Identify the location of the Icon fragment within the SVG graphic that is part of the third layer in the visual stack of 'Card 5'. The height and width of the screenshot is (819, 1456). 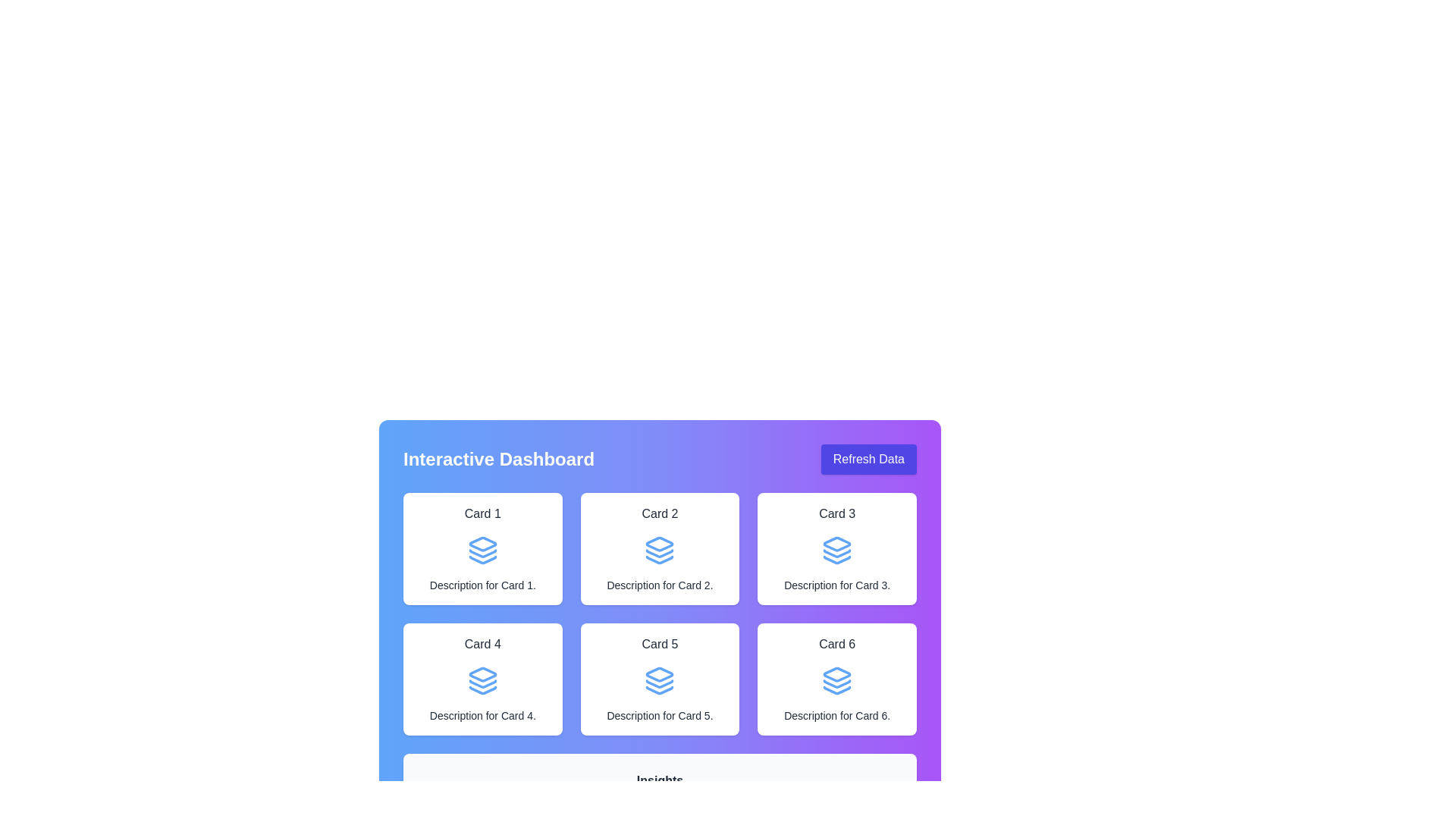
(660, 690).